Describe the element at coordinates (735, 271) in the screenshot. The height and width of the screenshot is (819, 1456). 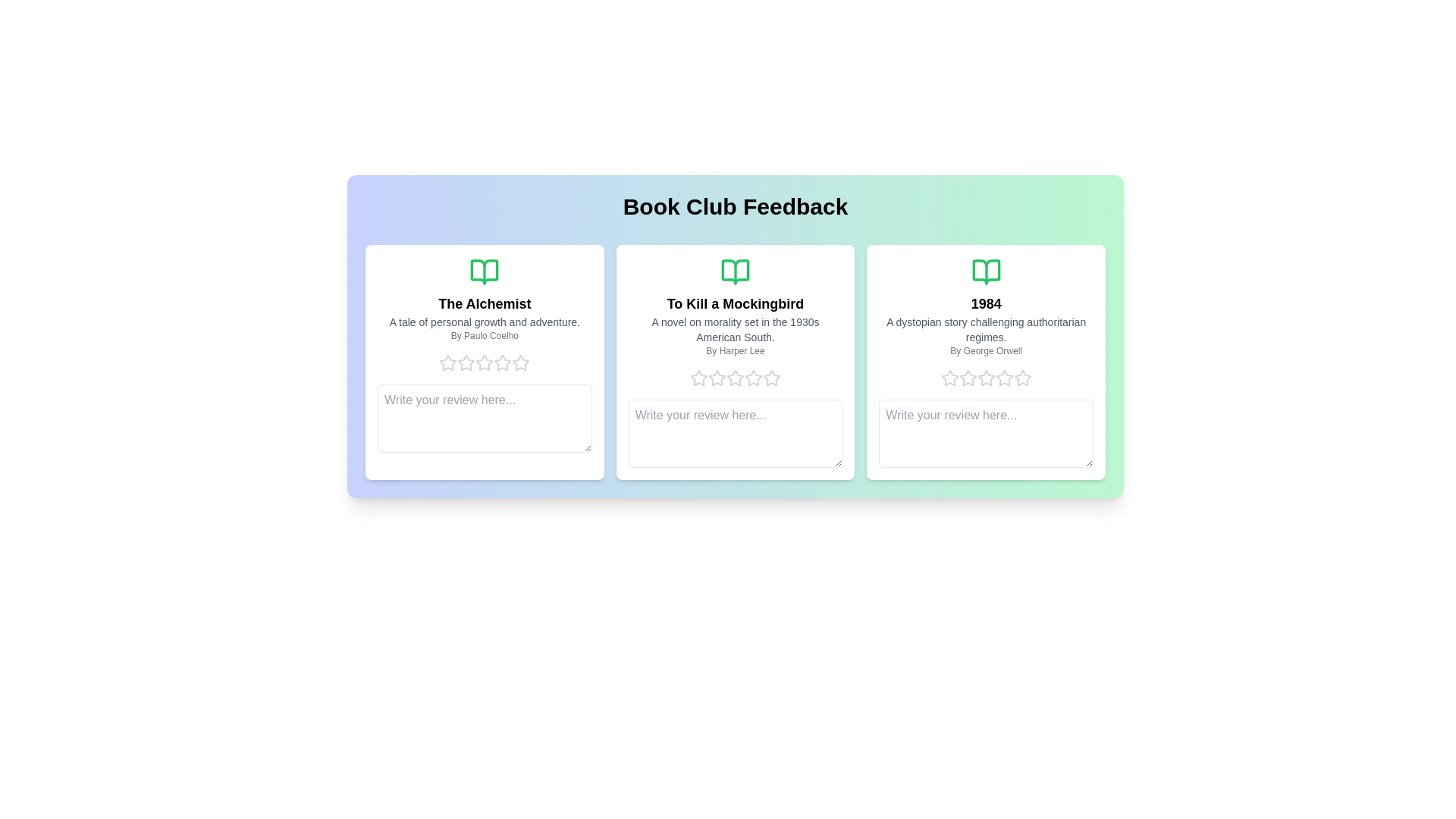
I see `the decorative Vector icon representing books or reading, located above the title 'To Kill a Mockingbird' in the middle card of a horizontally aligned list of three cards` at that location.